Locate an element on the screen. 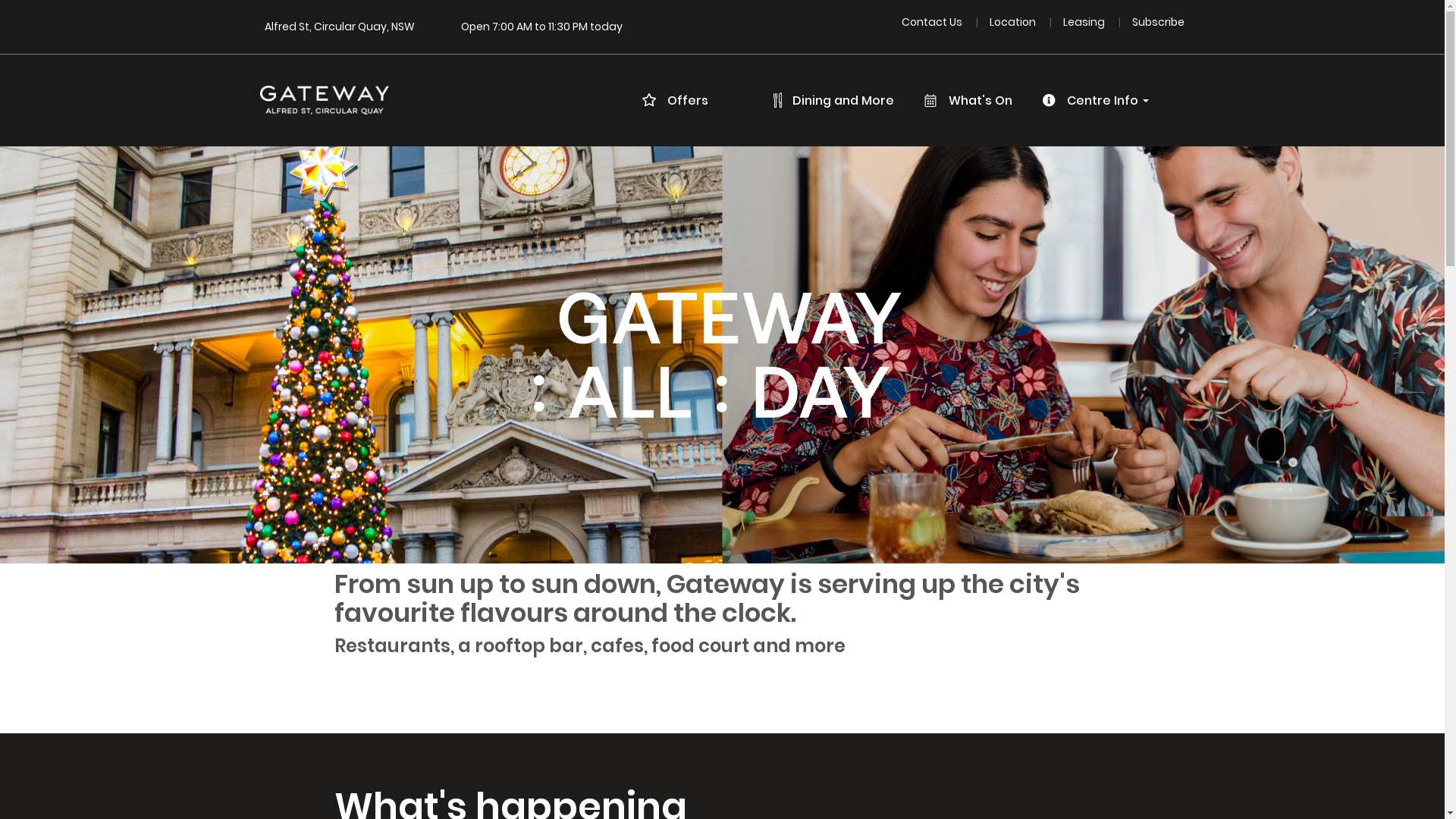  'Offers' is located at coordinates (633, 100).